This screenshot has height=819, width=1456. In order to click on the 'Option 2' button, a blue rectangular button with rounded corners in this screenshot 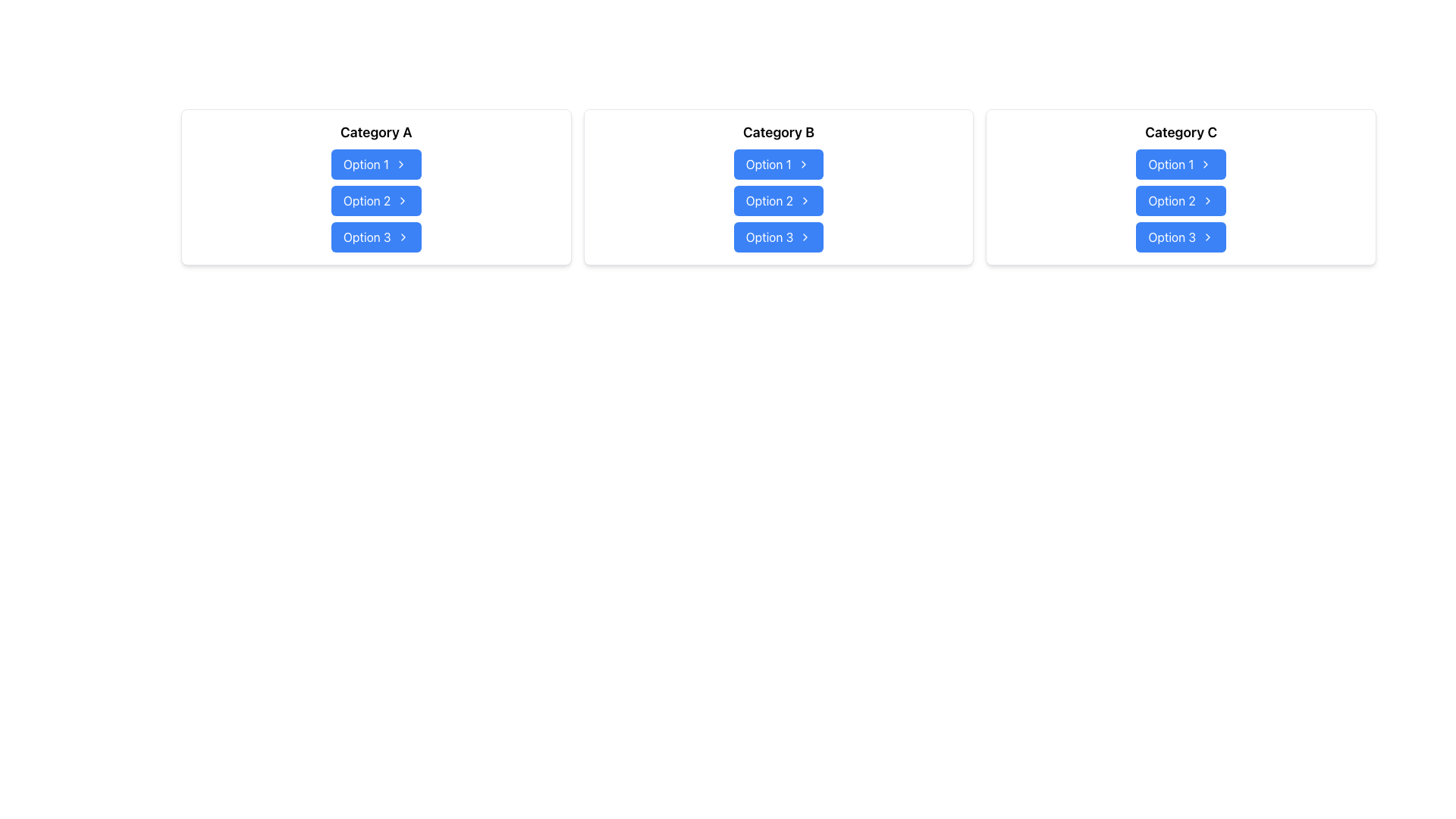, I will do `click(376, 200)`.